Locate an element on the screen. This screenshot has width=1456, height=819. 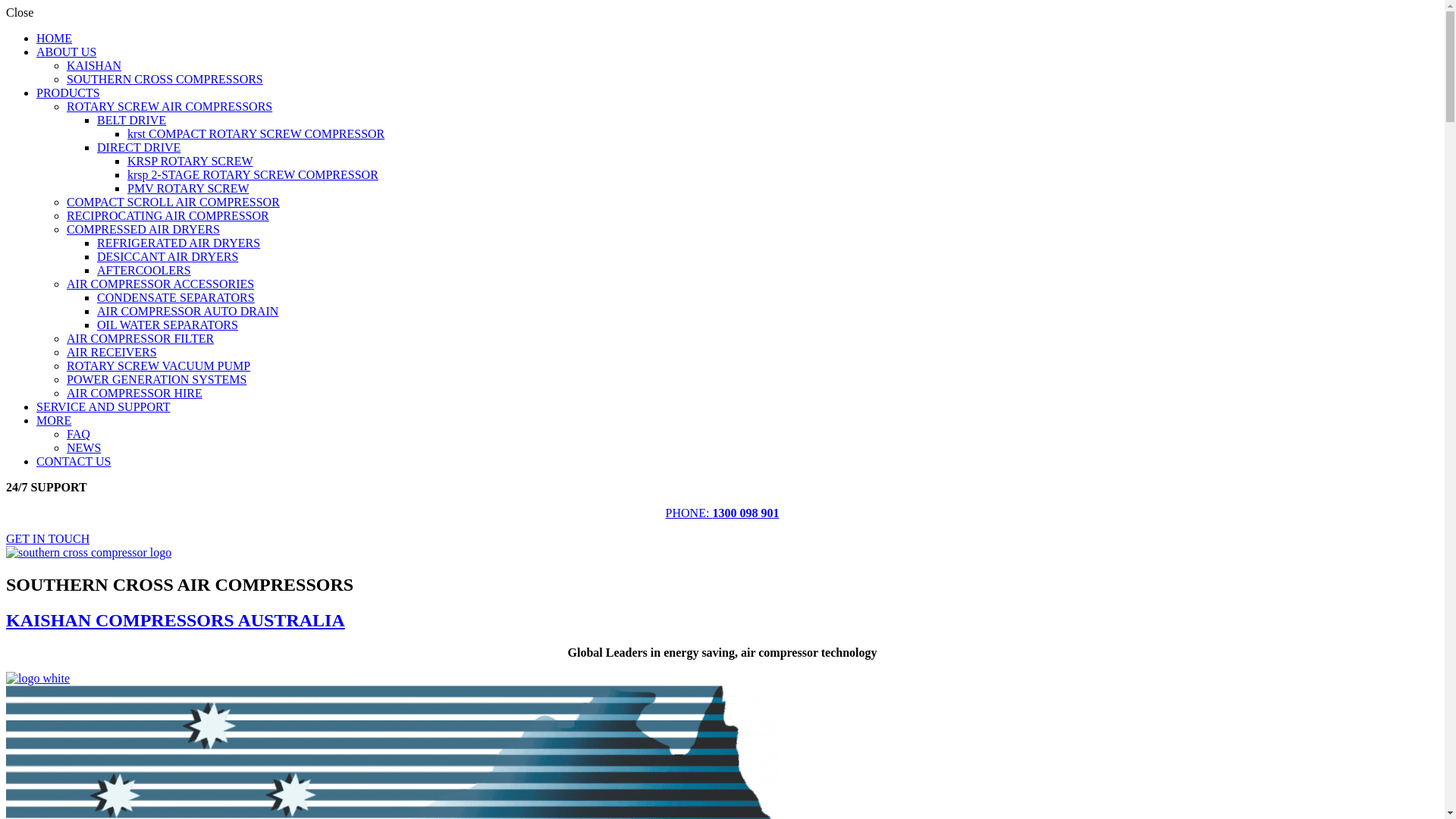
'COMPRESSED AIR DRYERS' is located at coordinates (143, 229).